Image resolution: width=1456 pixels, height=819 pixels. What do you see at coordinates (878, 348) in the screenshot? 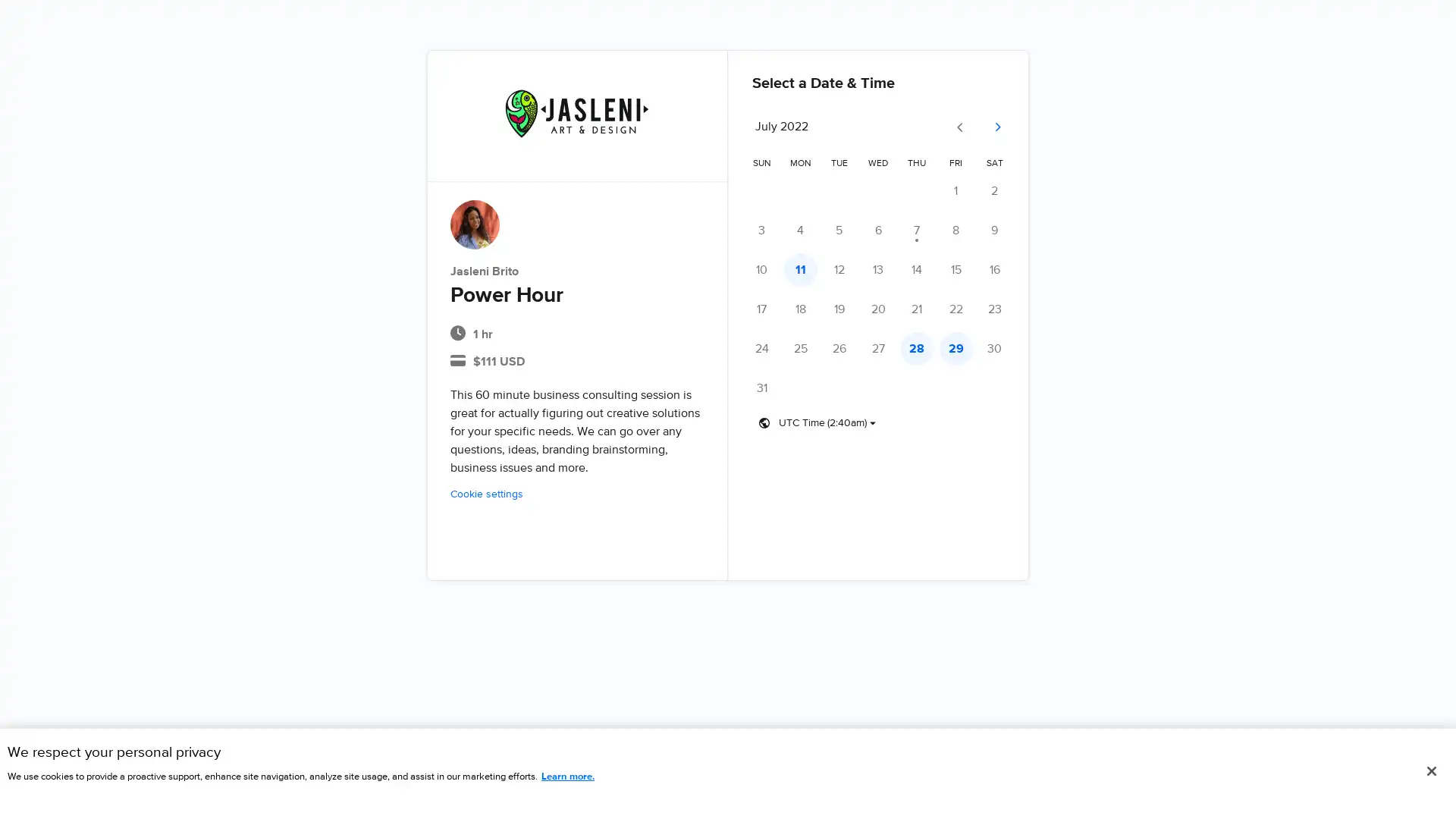
I see `Wednesday, July 27 - No times available` at bounding box center [878, 348].